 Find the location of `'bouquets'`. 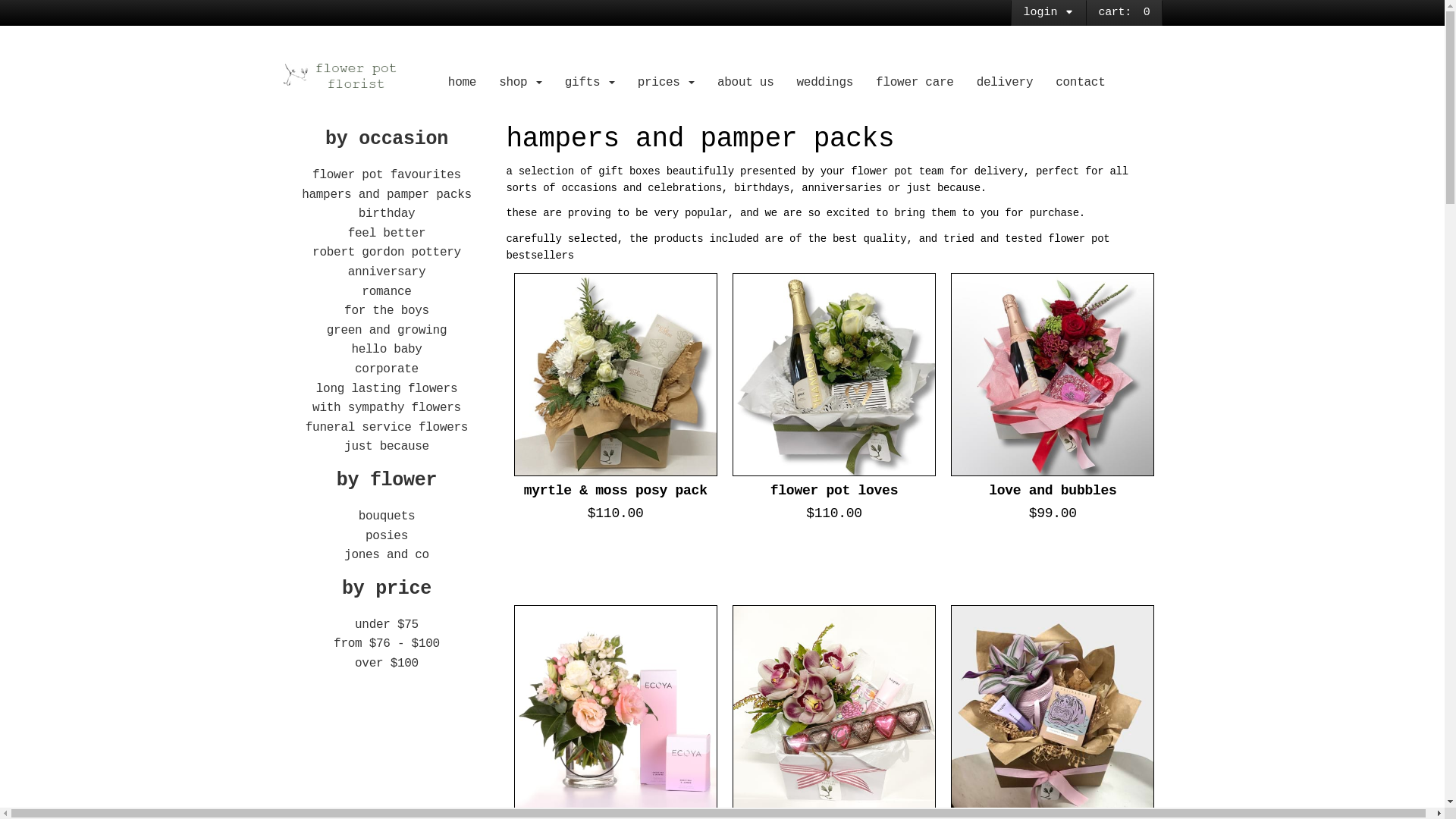

'bouquets' is located at coordinates (387, 516).